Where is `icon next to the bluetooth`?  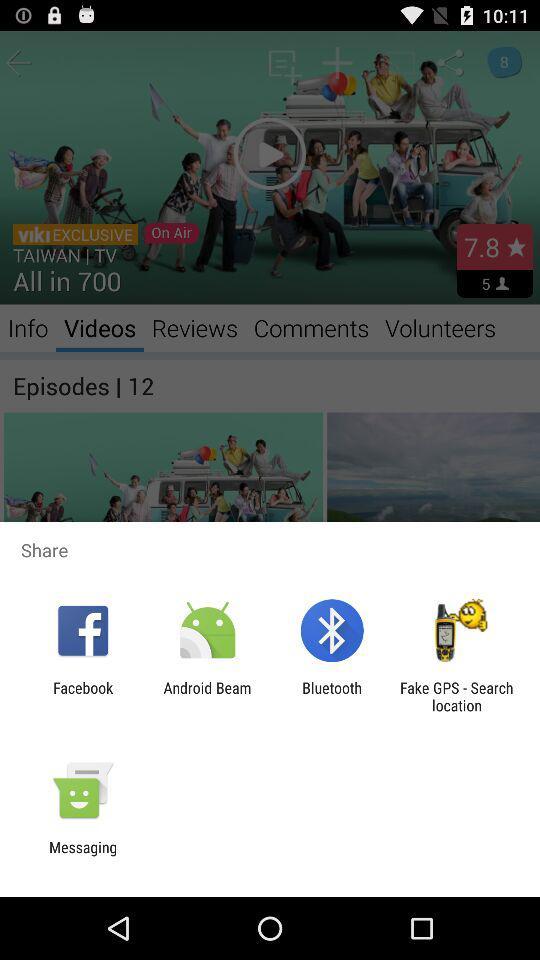 icon next to the bluetooth is located at coordinates (206, 696).